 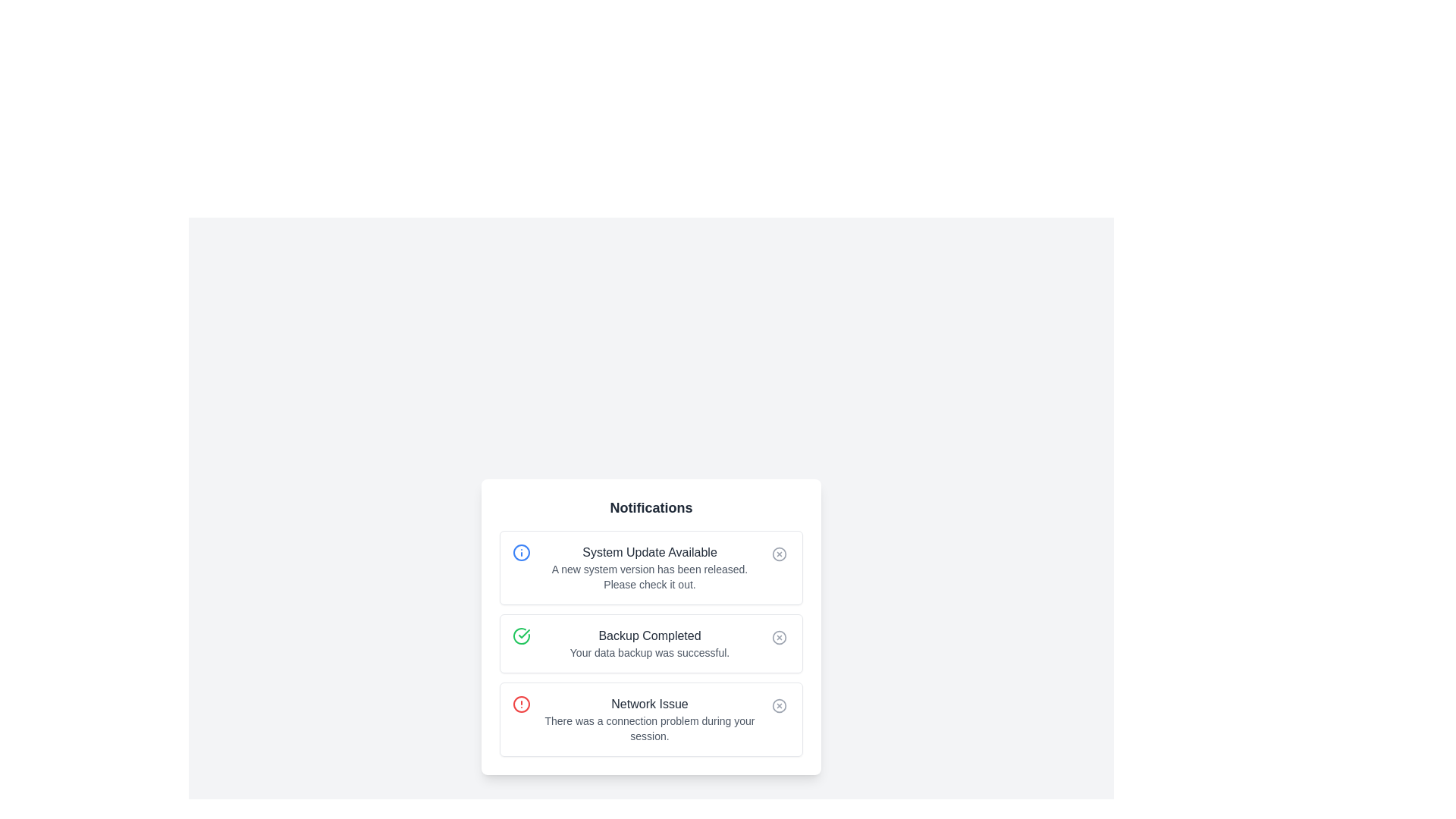 What do you see at coordinates (650, 718) in the screenshot?
I see `the informational text block located in the third notification card from the top of the notification panel` at bounding box center [650, 718].